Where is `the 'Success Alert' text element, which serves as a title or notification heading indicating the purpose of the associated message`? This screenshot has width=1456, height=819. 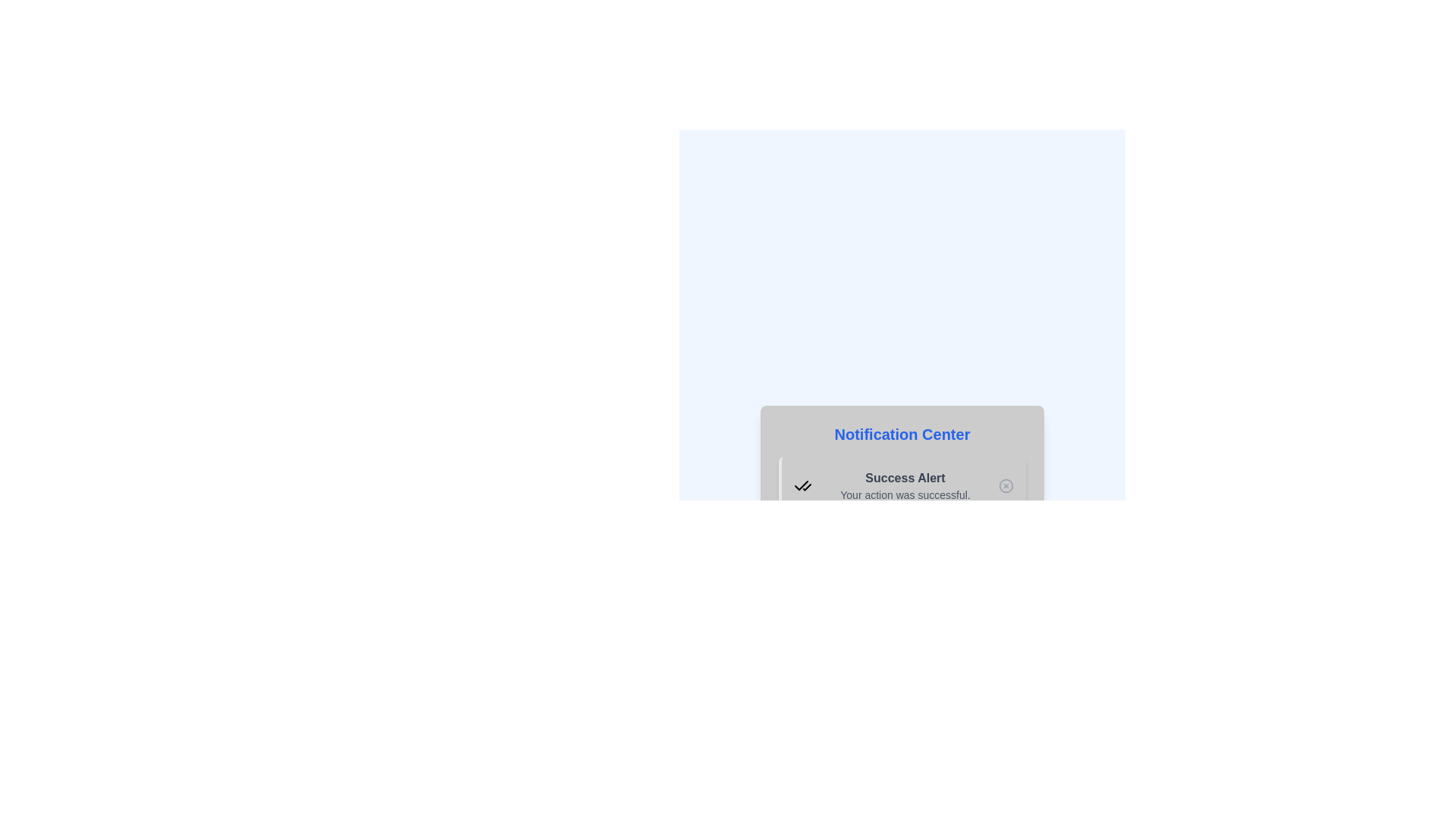 the 'Success Alert' text element, which serves as a title or notification heading indicating the purpose of the associated message is located at coordinates (905, 479).